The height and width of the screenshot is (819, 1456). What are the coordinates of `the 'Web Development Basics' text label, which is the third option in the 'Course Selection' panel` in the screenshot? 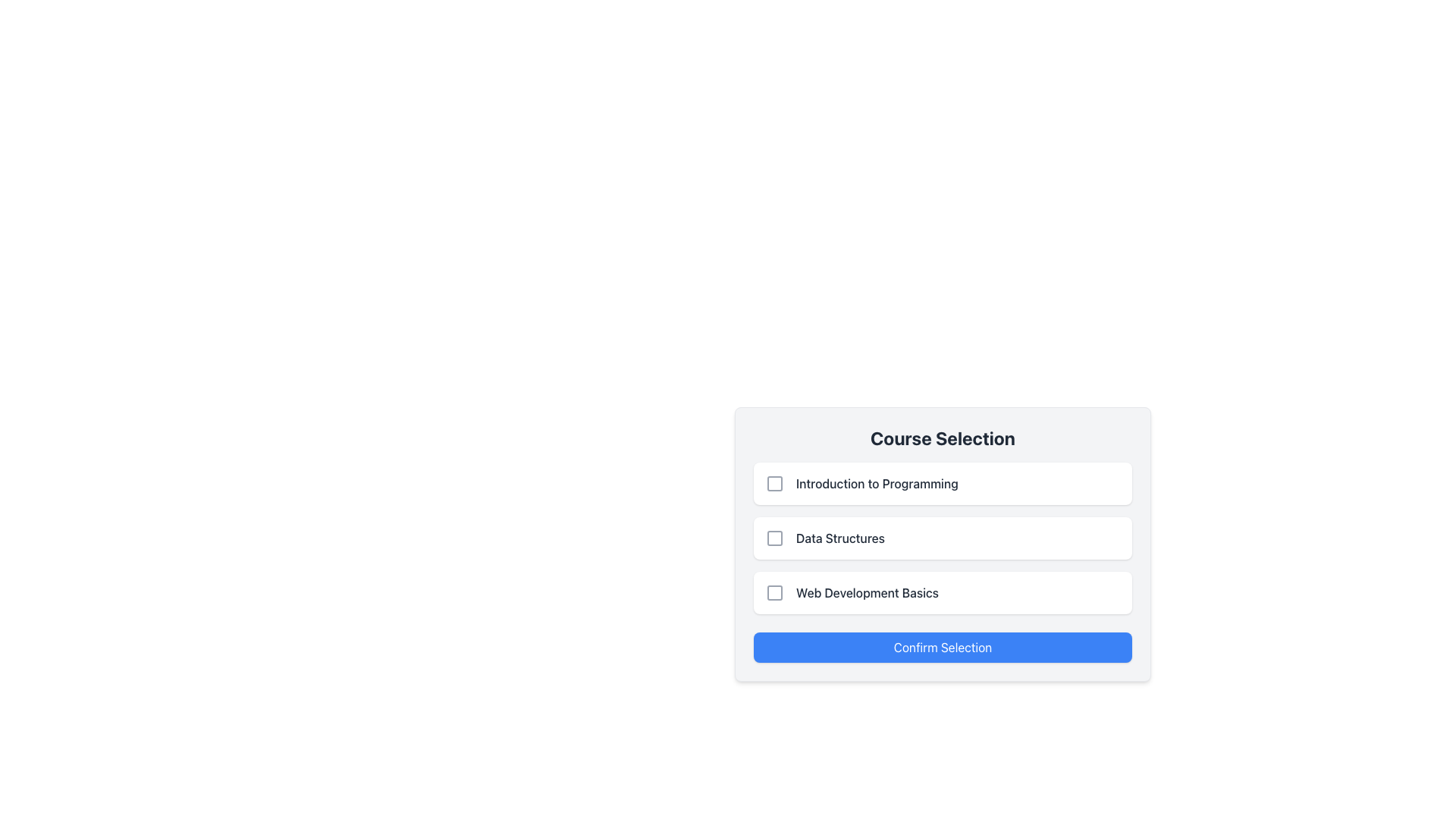 It's located at (867, 592).